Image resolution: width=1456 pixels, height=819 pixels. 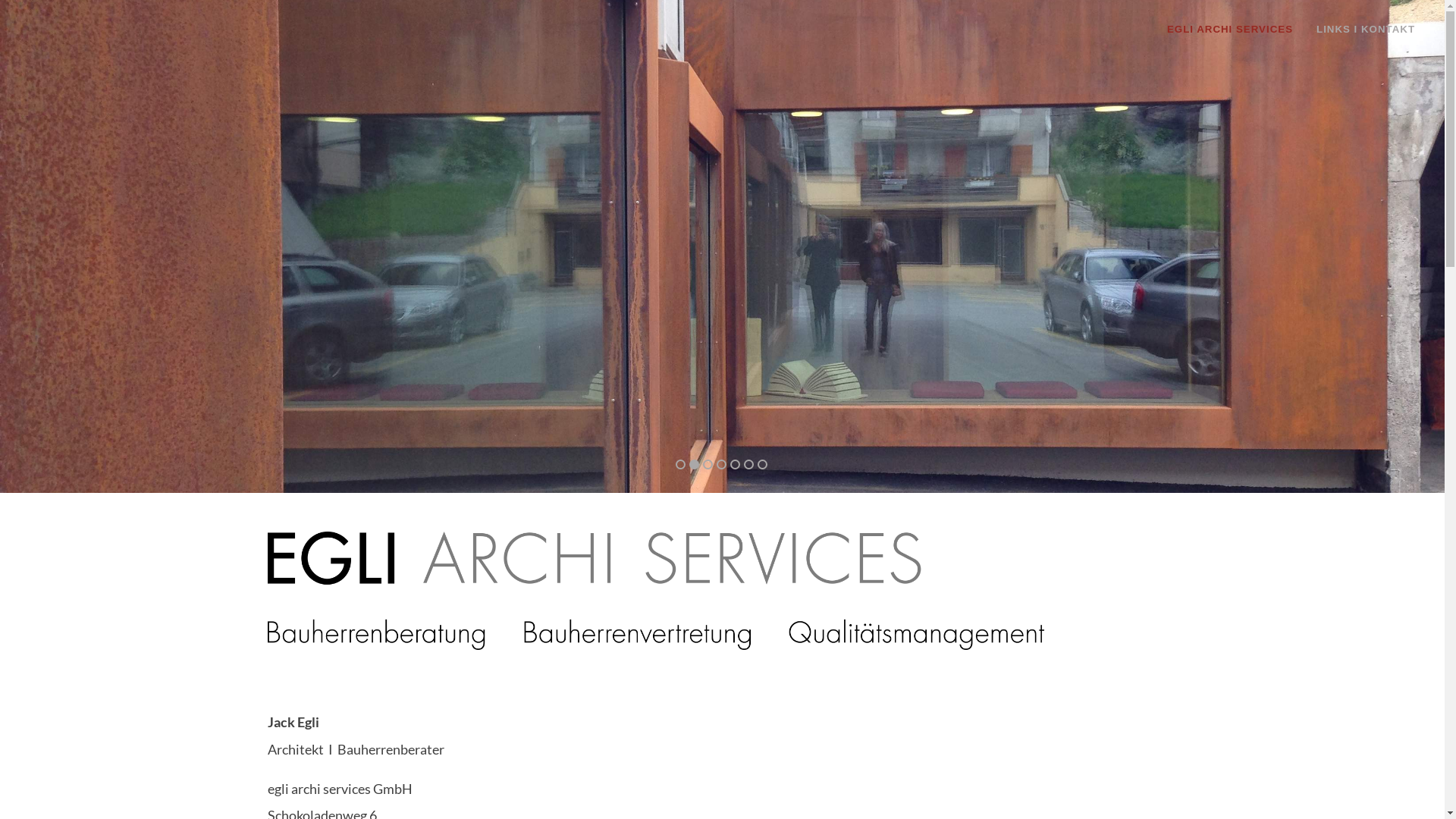 What do you see at coordinates (705, 463) in the screenshot?
I see `'3'` at bounding box center [705, 463].